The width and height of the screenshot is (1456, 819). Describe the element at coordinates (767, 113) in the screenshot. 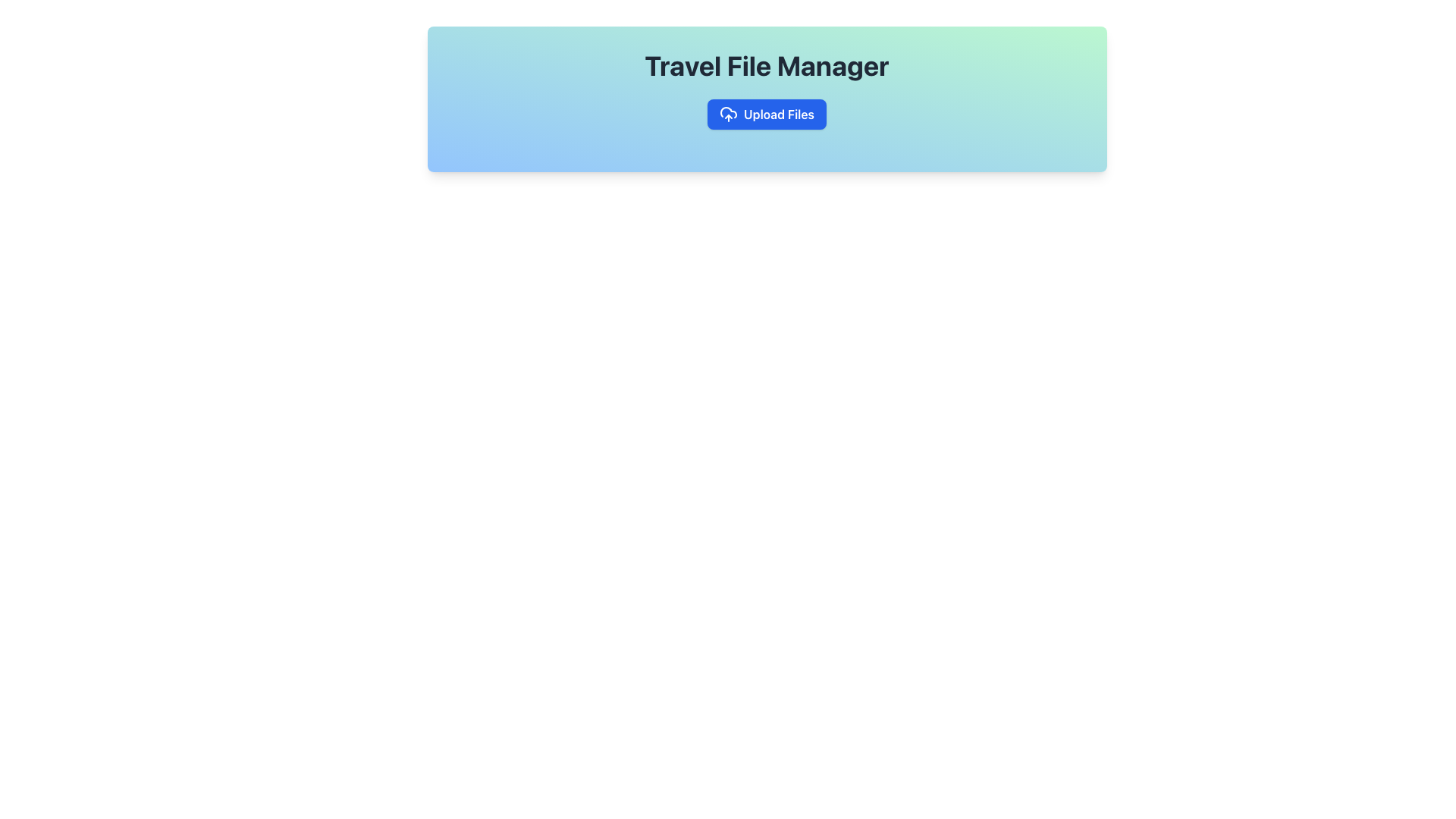

I see `the rectangular blue button labeled 'Upload Files' with a cloud-shaped icon to visualize the hover effects` at that location.